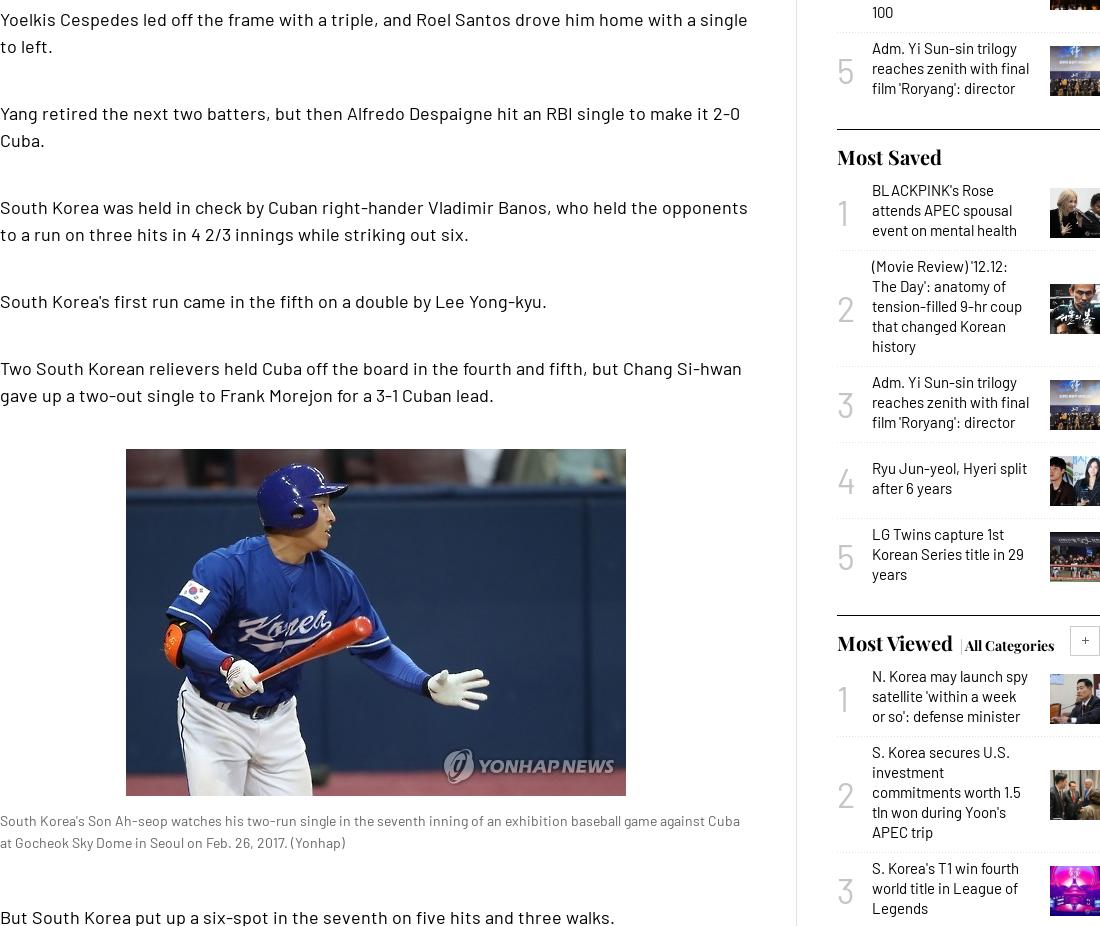  Describe the element at coordinates (370, 831) in the screenshot. I see `'South Korea's Son Ah-seop watches his two-run single in the seventh inning of an exhibition baseball game against Cuba at Gocheok Sky Dome in Seoul on Feb. 26, 2017. (Yonhap)'` at that location.